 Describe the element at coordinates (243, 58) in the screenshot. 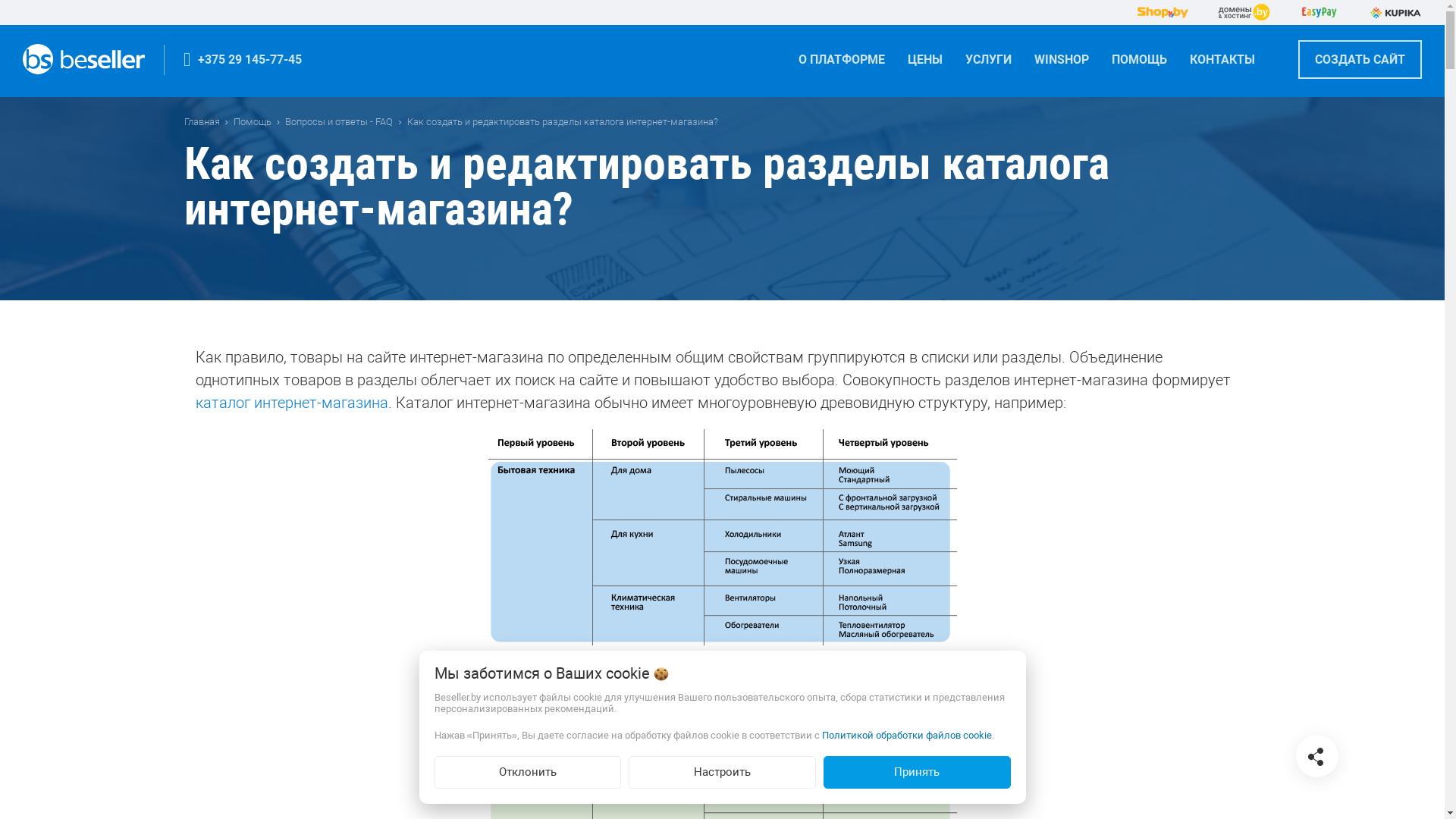

I see `'+375 29 145-77-45'` at that location.